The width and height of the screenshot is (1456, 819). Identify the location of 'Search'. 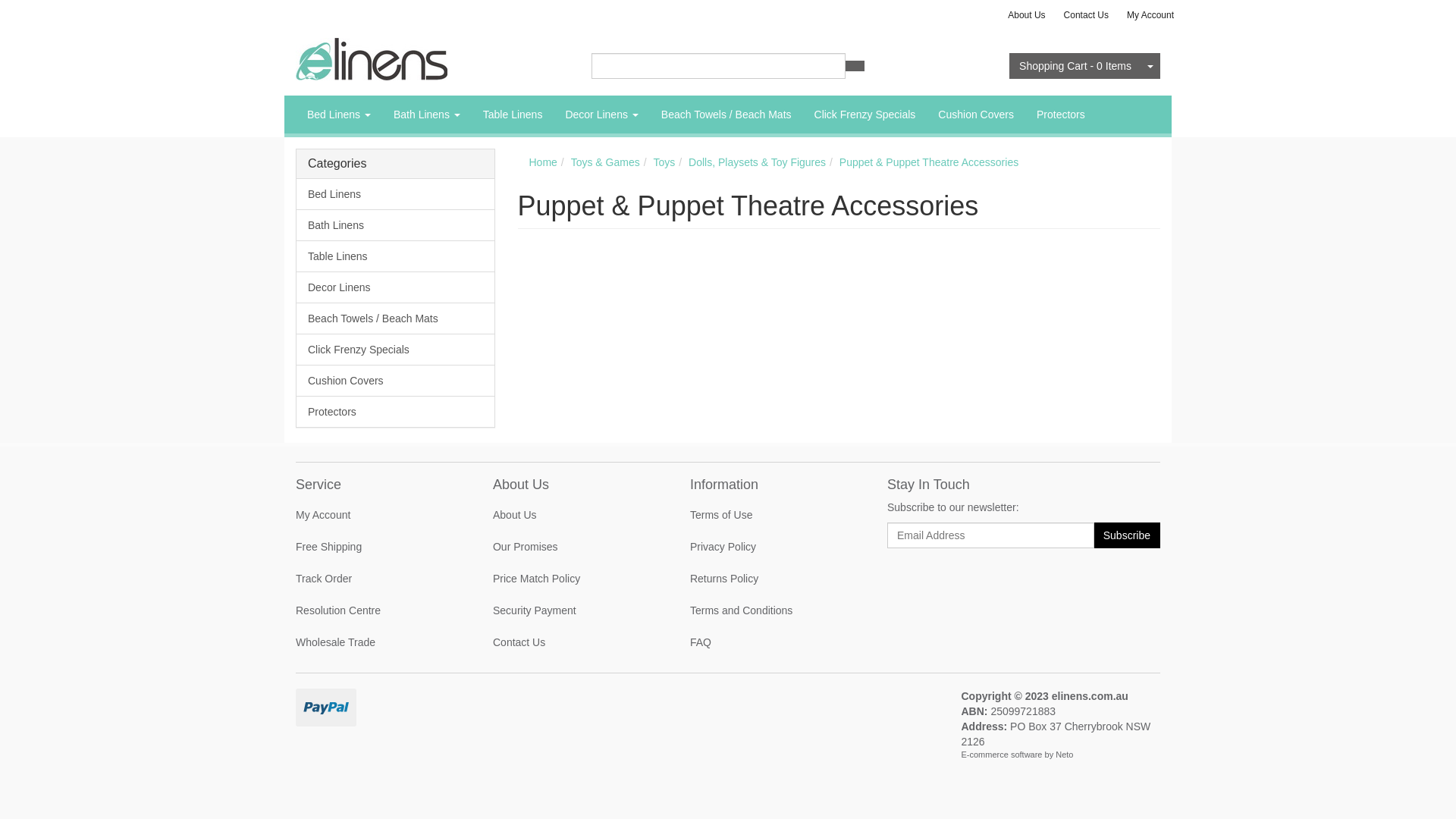
(843, 65).